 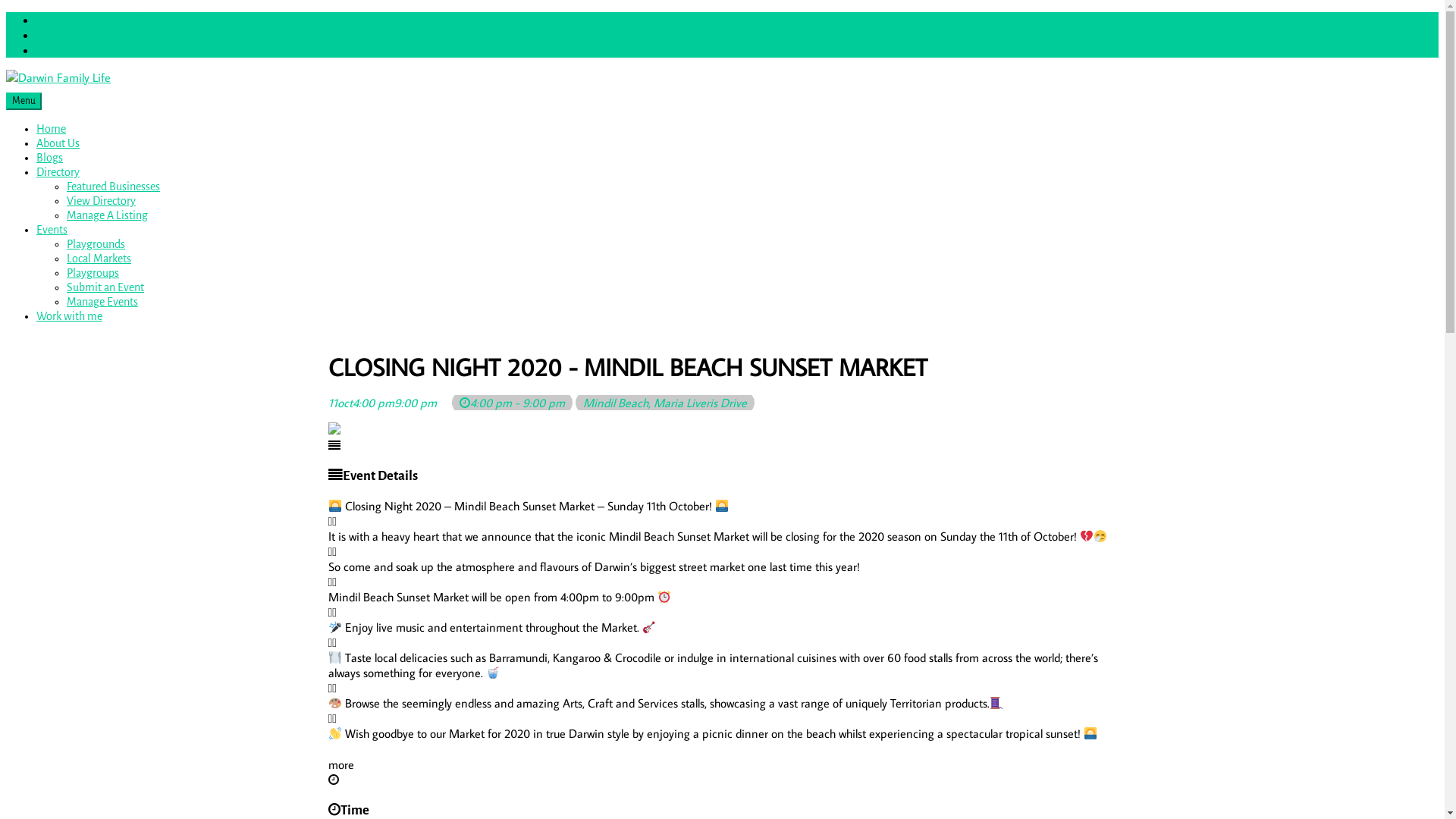 What do you see at coordinates (106, 215) in the screenshot?
I see `'Manage A Listing'` at bounding box center [106, 215].